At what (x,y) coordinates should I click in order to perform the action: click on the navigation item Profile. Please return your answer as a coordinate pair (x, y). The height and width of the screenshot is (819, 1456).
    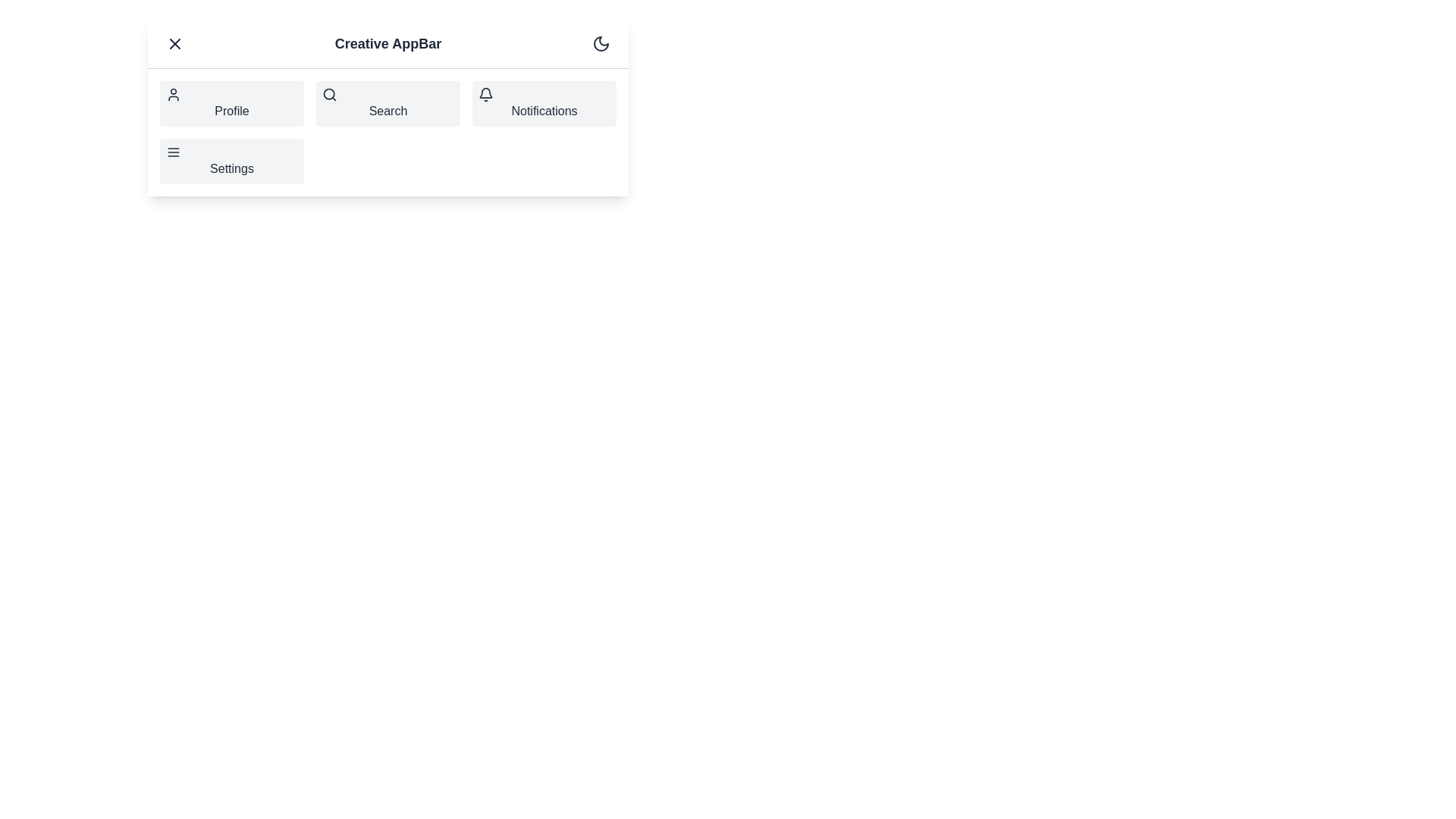
    Looking at the image, I should click on (231, 103).